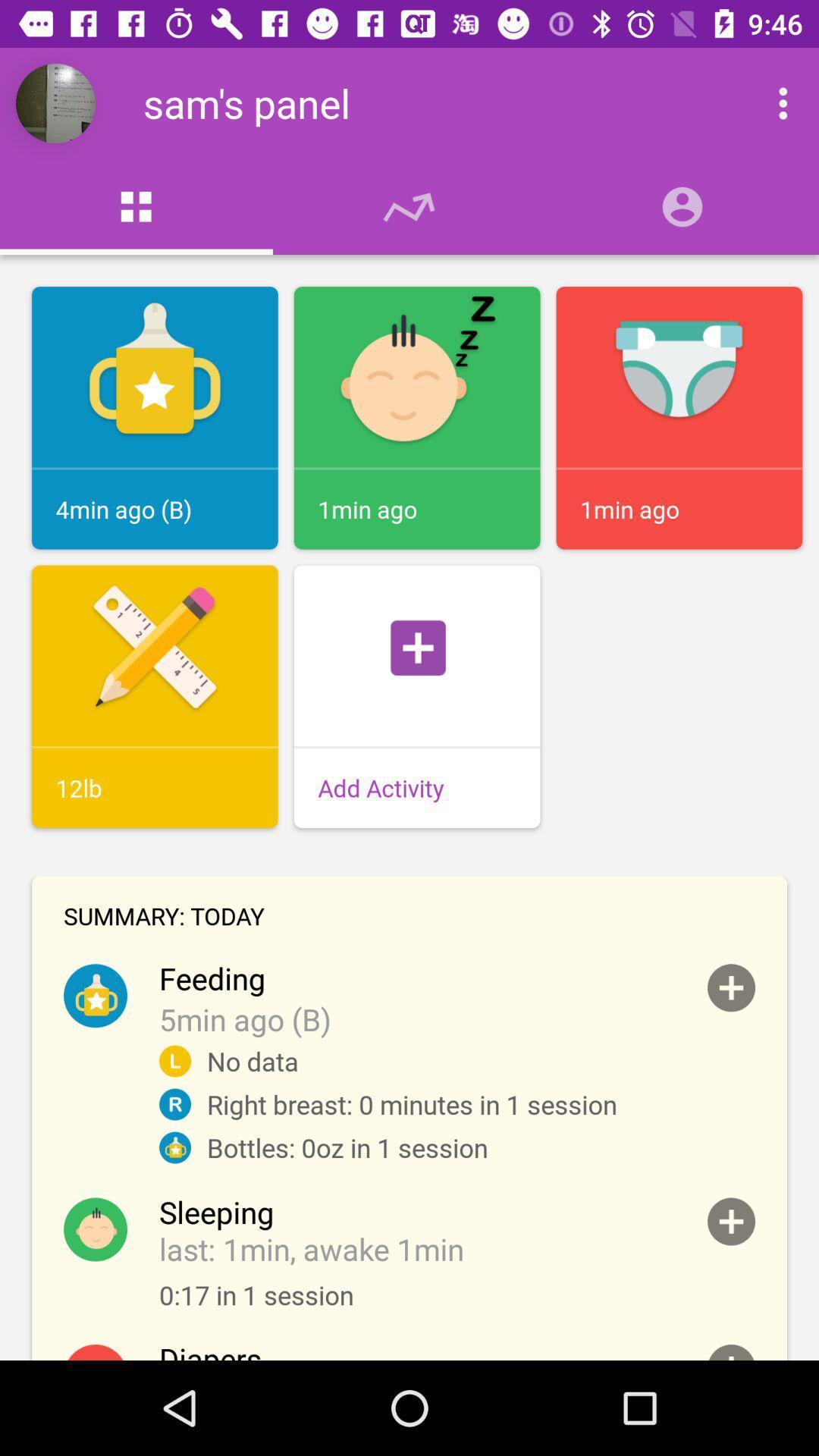  What do you see at coordinates (767, 102) in the screenshot?
I see `the more icon` at bounding box center [767, 102].